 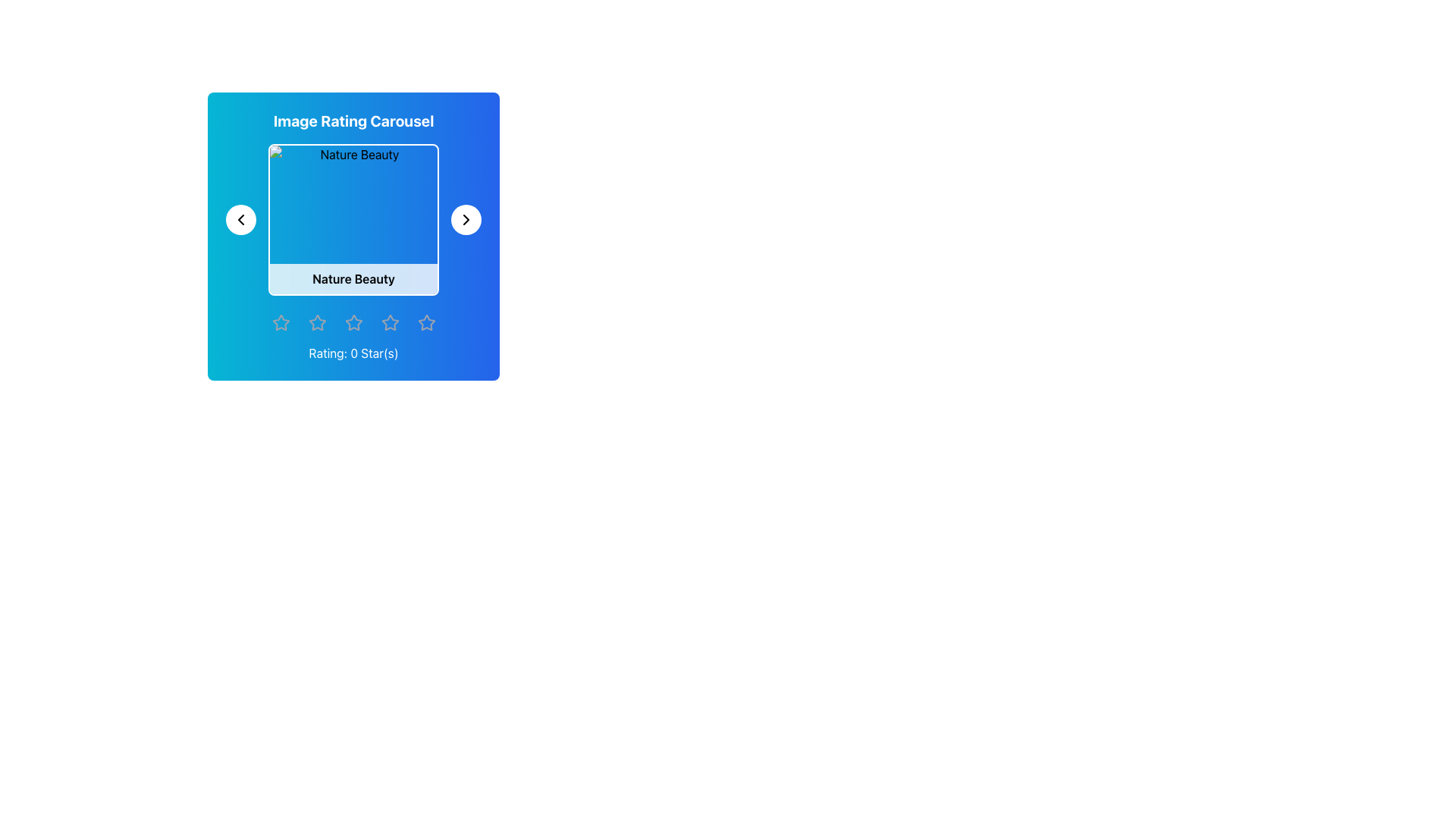 What do you see at coordinates (390, 322) in the screenshot?
I see `on the fifth star icon in the rating system` at bounding box center [390, 322].